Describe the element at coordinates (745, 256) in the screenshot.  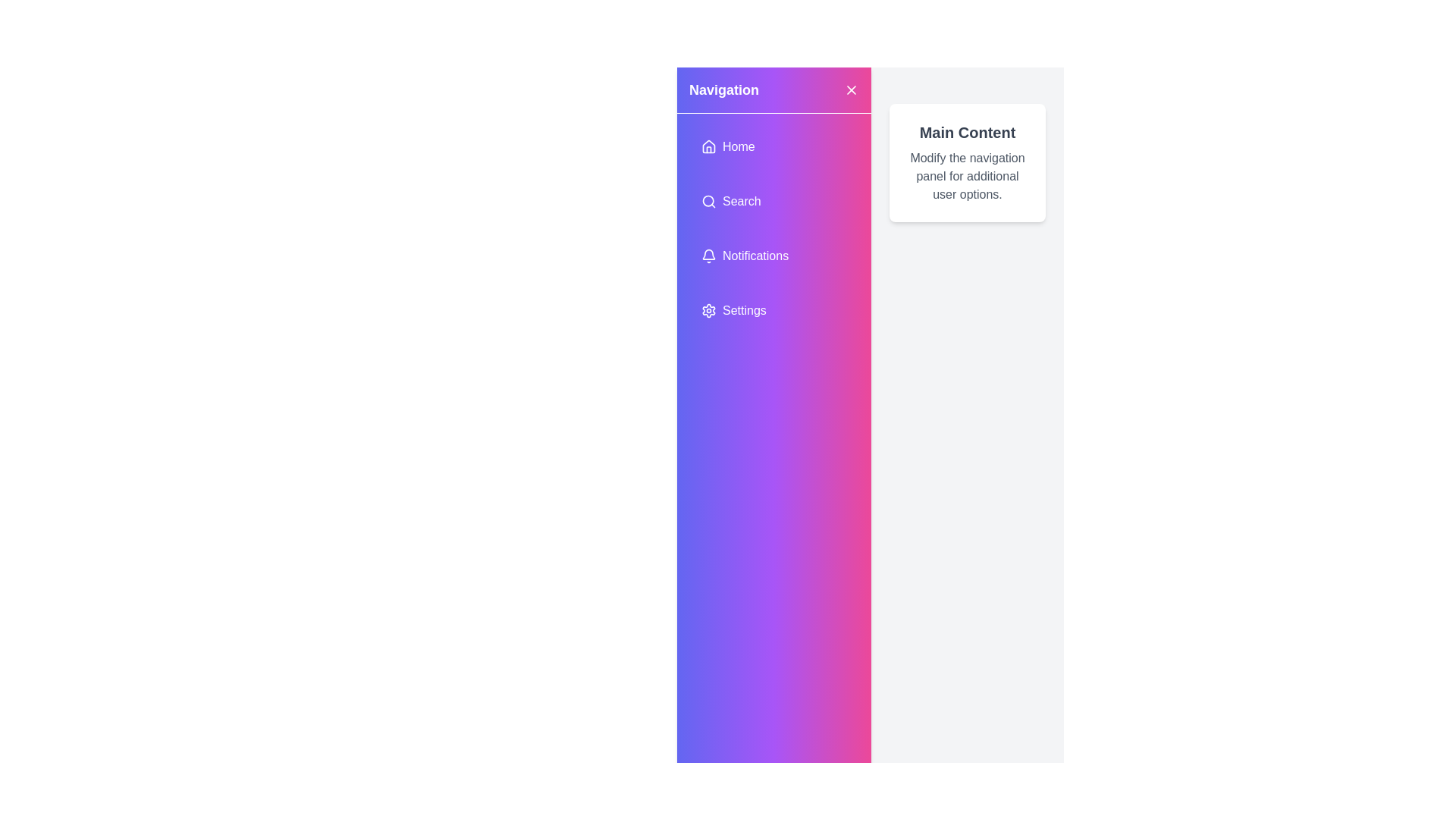
I see `the navigation button located as the third item in the vertical menu of the left sidebar` at that location.